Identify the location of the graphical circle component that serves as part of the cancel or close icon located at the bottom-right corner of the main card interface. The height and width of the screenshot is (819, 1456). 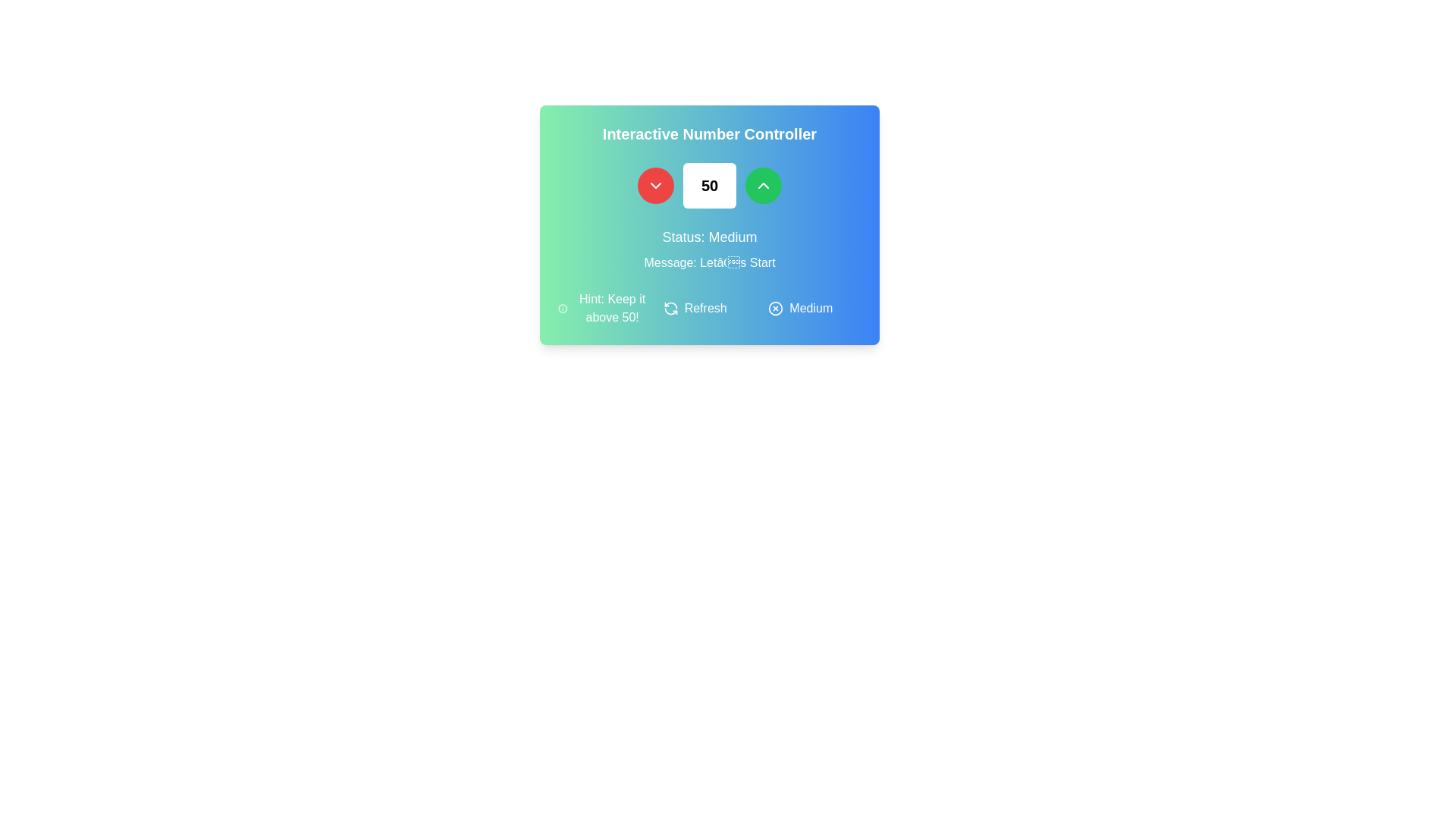
(776, 308).